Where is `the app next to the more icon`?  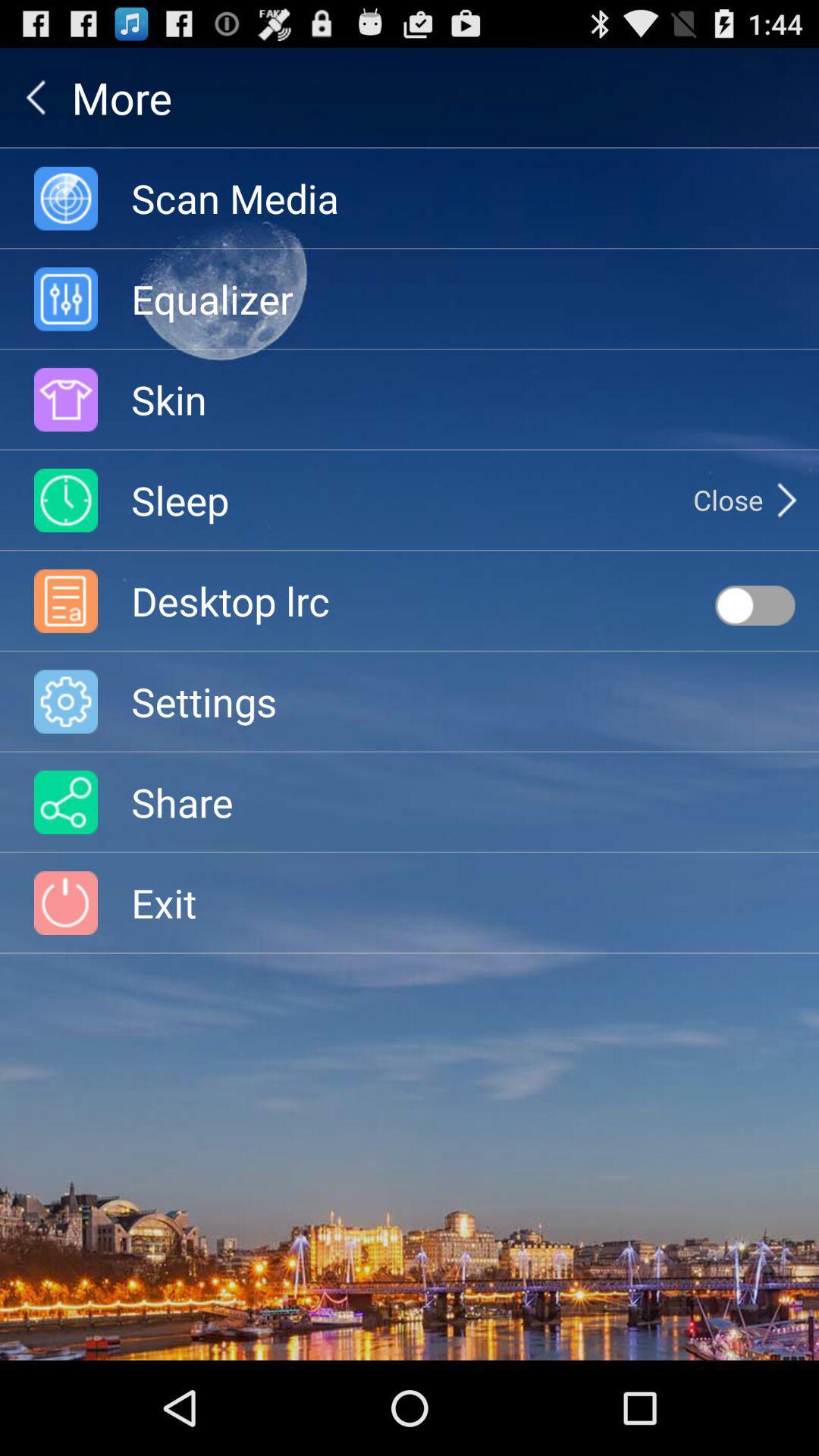 the app next to the more icon is located at coordinates (35, 96).